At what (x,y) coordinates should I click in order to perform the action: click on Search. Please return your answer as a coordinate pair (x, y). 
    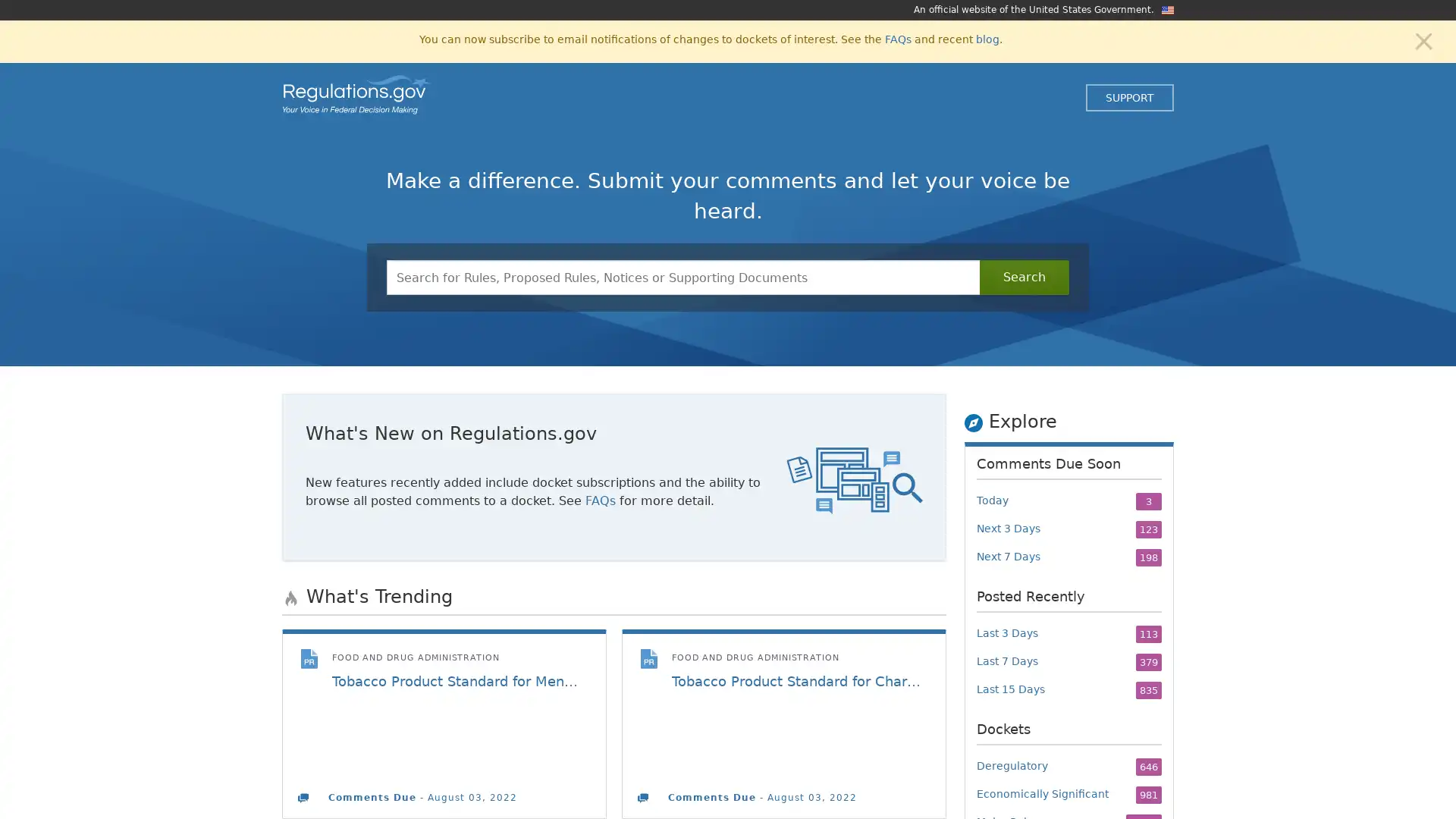
    Looking at the image, I should click on (1024, 278).